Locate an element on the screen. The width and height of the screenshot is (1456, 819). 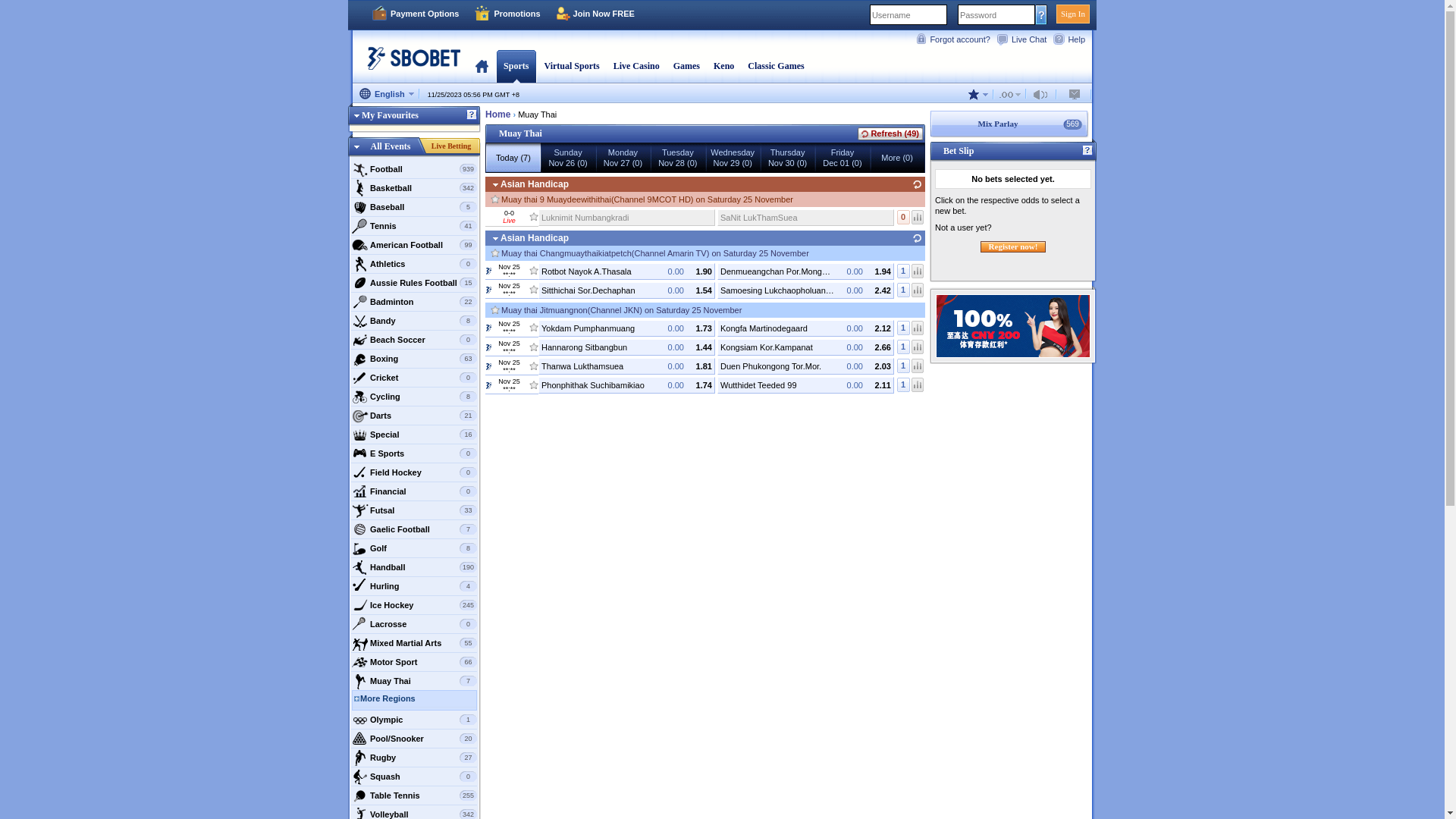
'Payment Options' is located at coordinates (371, 14).